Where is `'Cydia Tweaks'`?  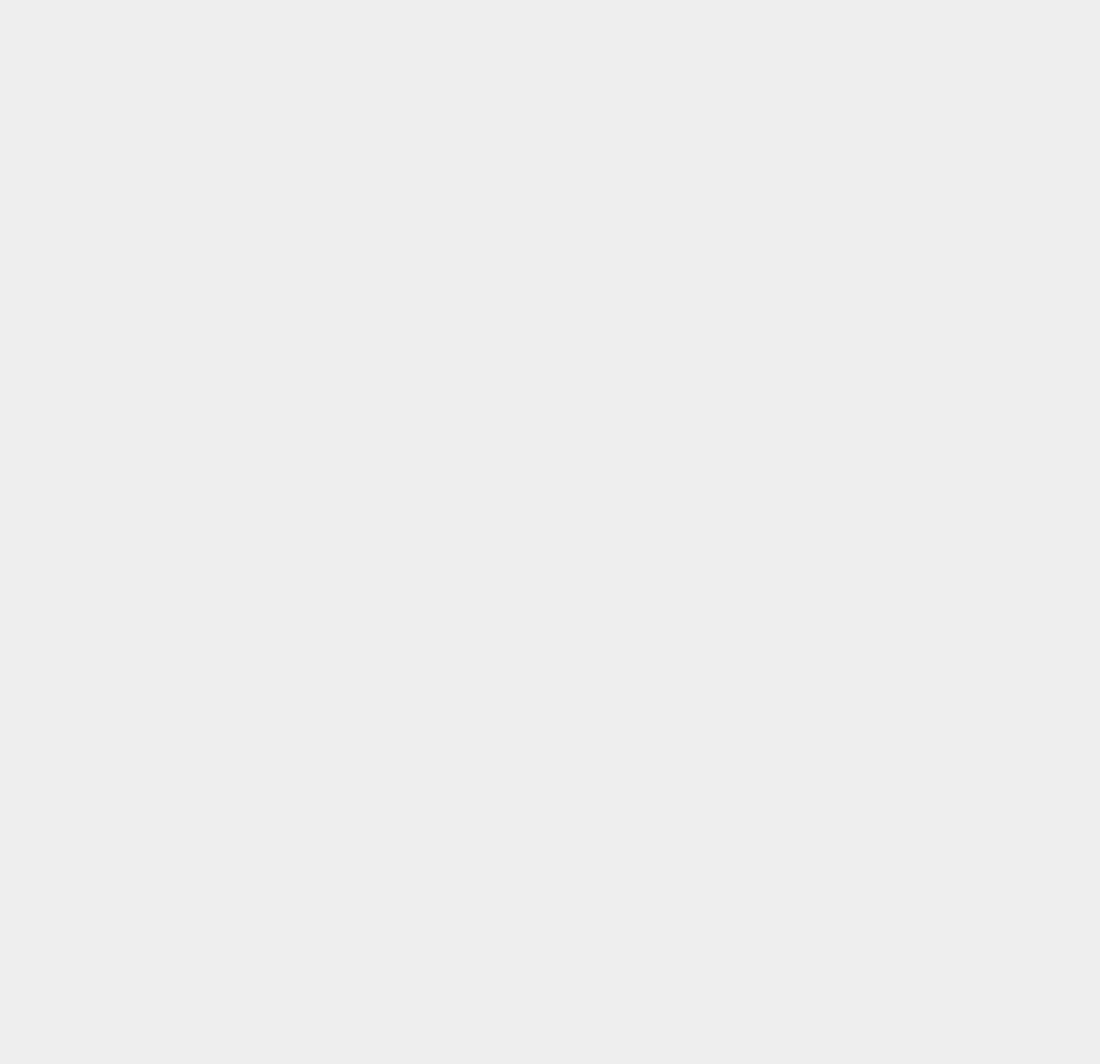
'Cydia Tweaks' is located at coordinates (821, 781).